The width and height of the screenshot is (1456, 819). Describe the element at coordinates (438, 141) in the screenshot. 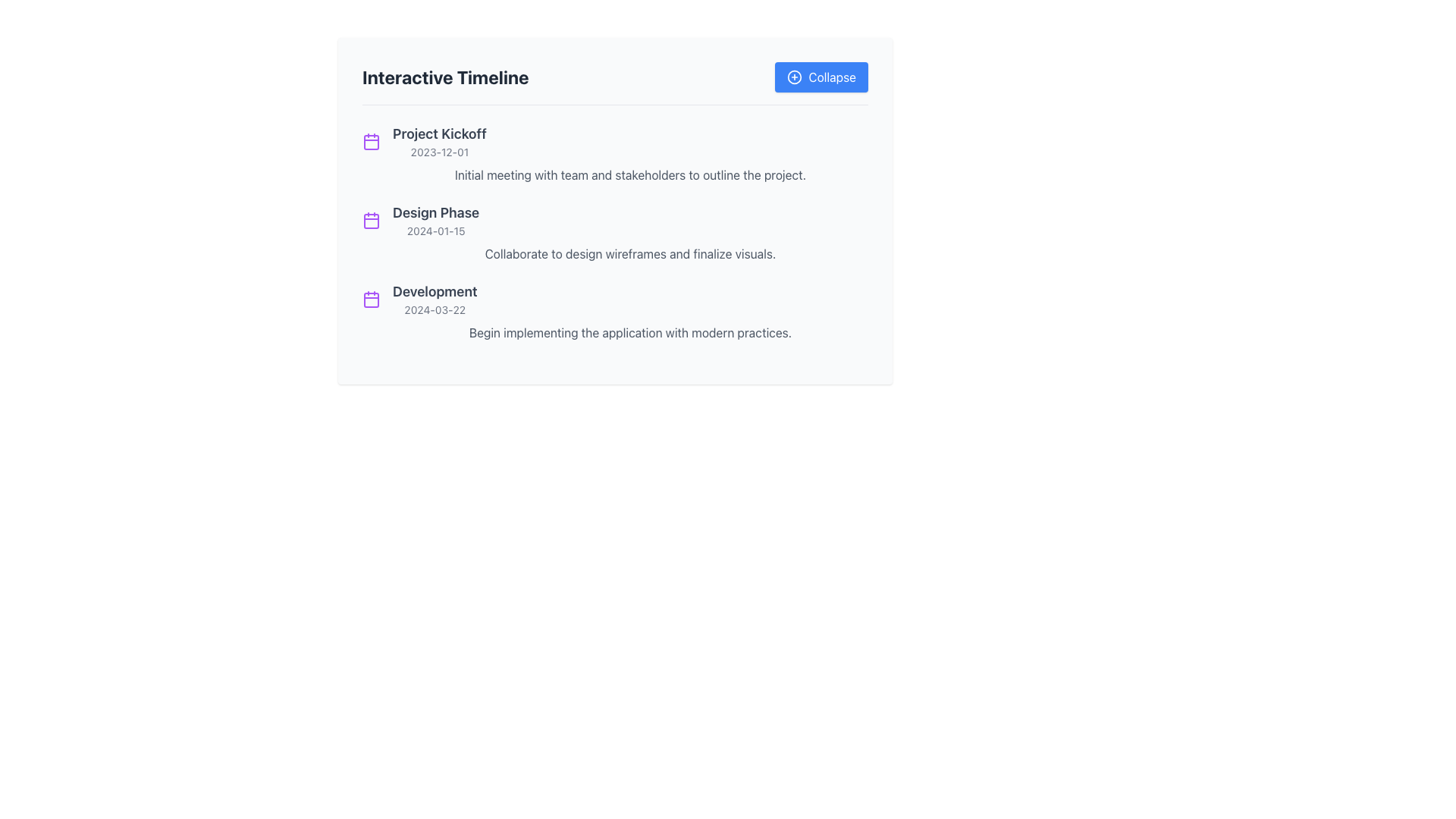

I see `text element titled 'Project Kickoff' with the date '2023-12-01', which is the first item in the timeline list` at that location.